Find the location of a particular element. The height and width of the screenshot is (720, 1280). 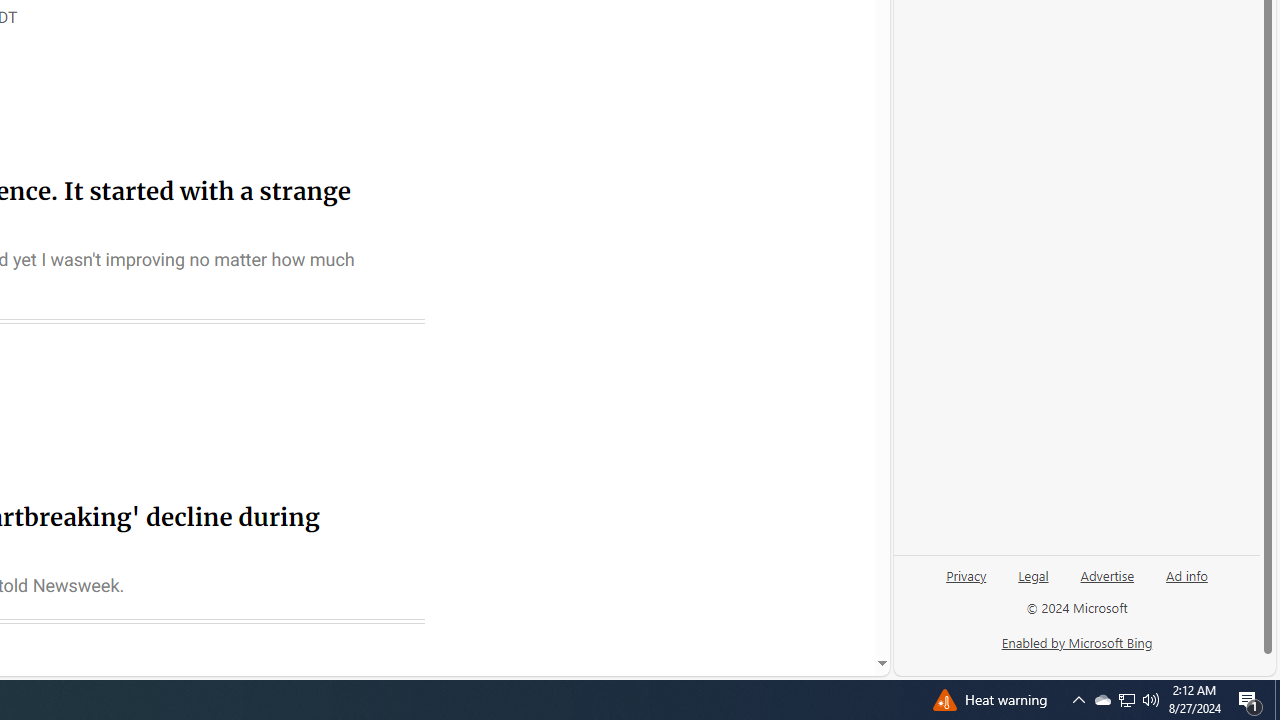

'Privacy' is located at coordinates (967, 583).